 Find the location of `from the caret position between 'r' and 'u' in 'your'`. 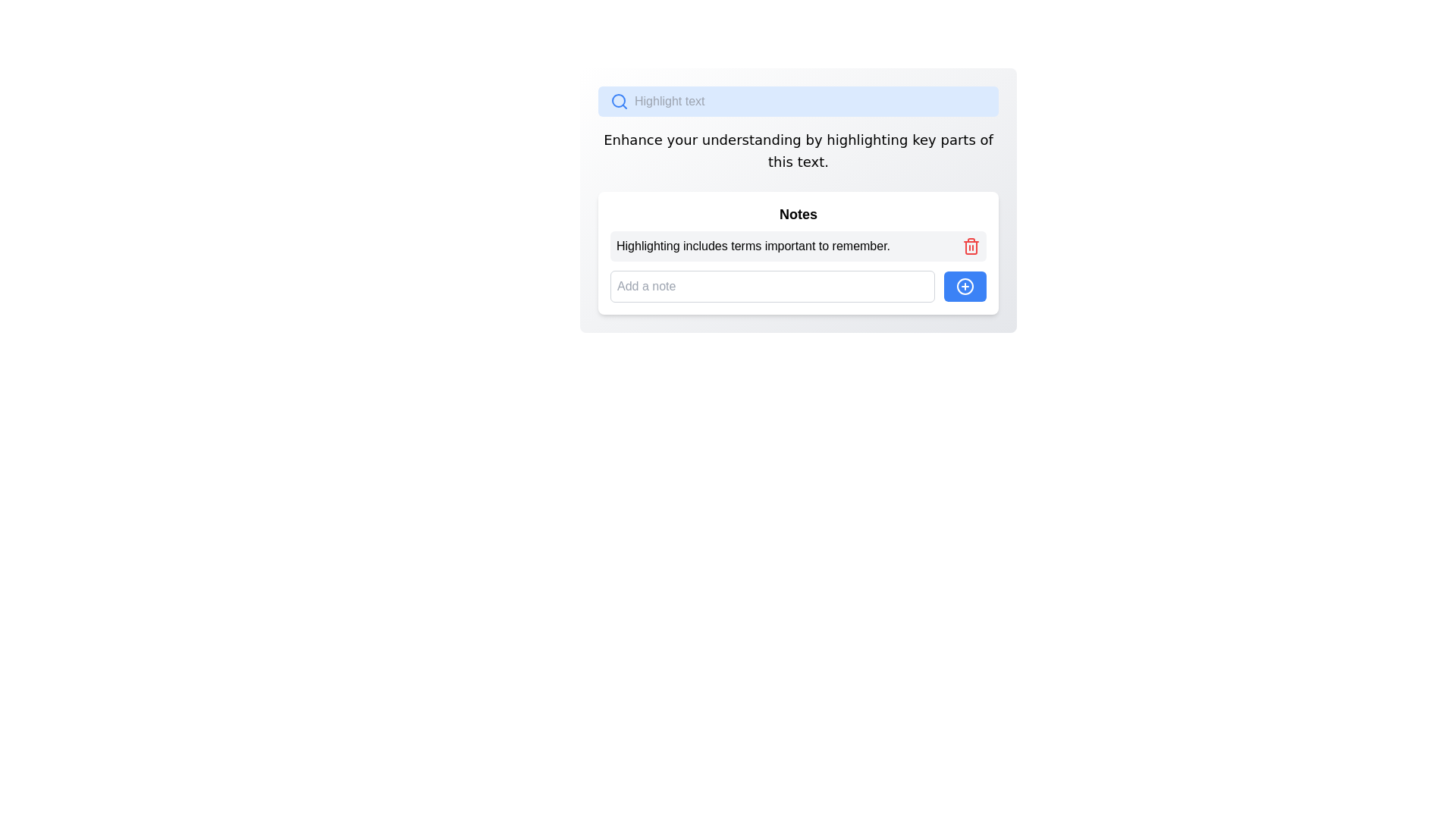

from the caret position between 'r' and 'u' in 'your' is located at coordinates (698, 140).